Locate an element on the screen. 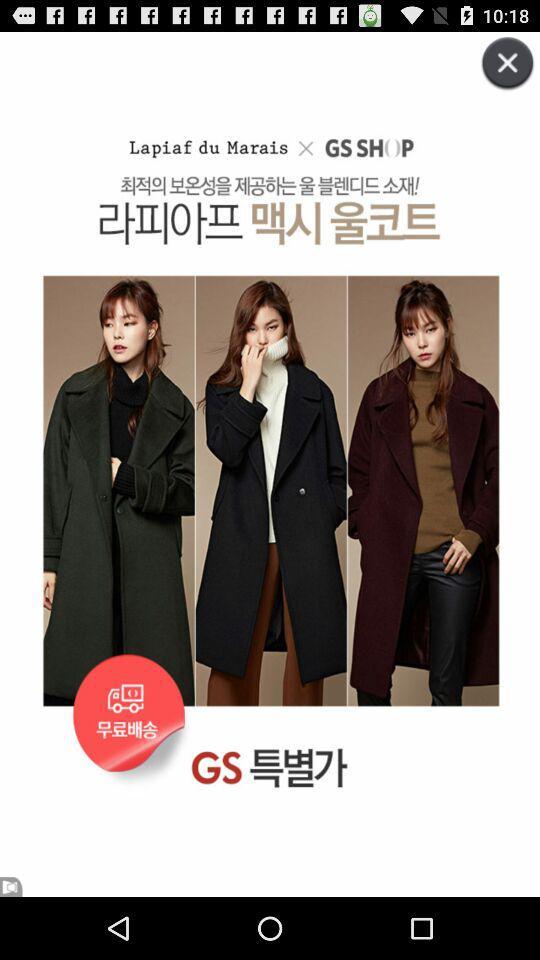  the close icon is located at coordinates (496, 79).